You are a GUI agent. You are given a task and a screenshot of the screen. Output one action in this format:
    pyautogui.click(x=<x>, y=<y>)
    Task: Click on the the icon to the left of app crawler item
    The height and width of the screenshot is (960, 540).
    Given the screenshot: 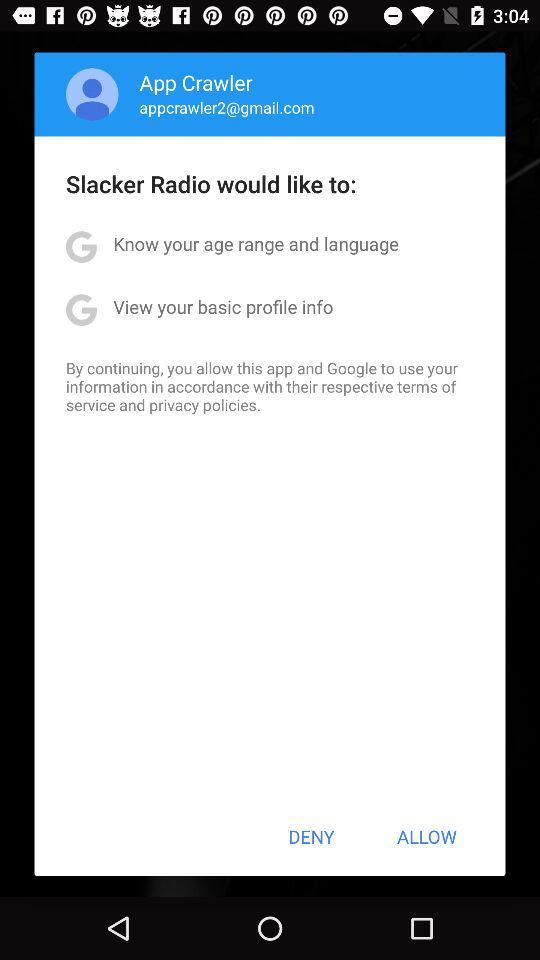 What is the action you would take?
    pyautogui.click(x=91, y=94)
    